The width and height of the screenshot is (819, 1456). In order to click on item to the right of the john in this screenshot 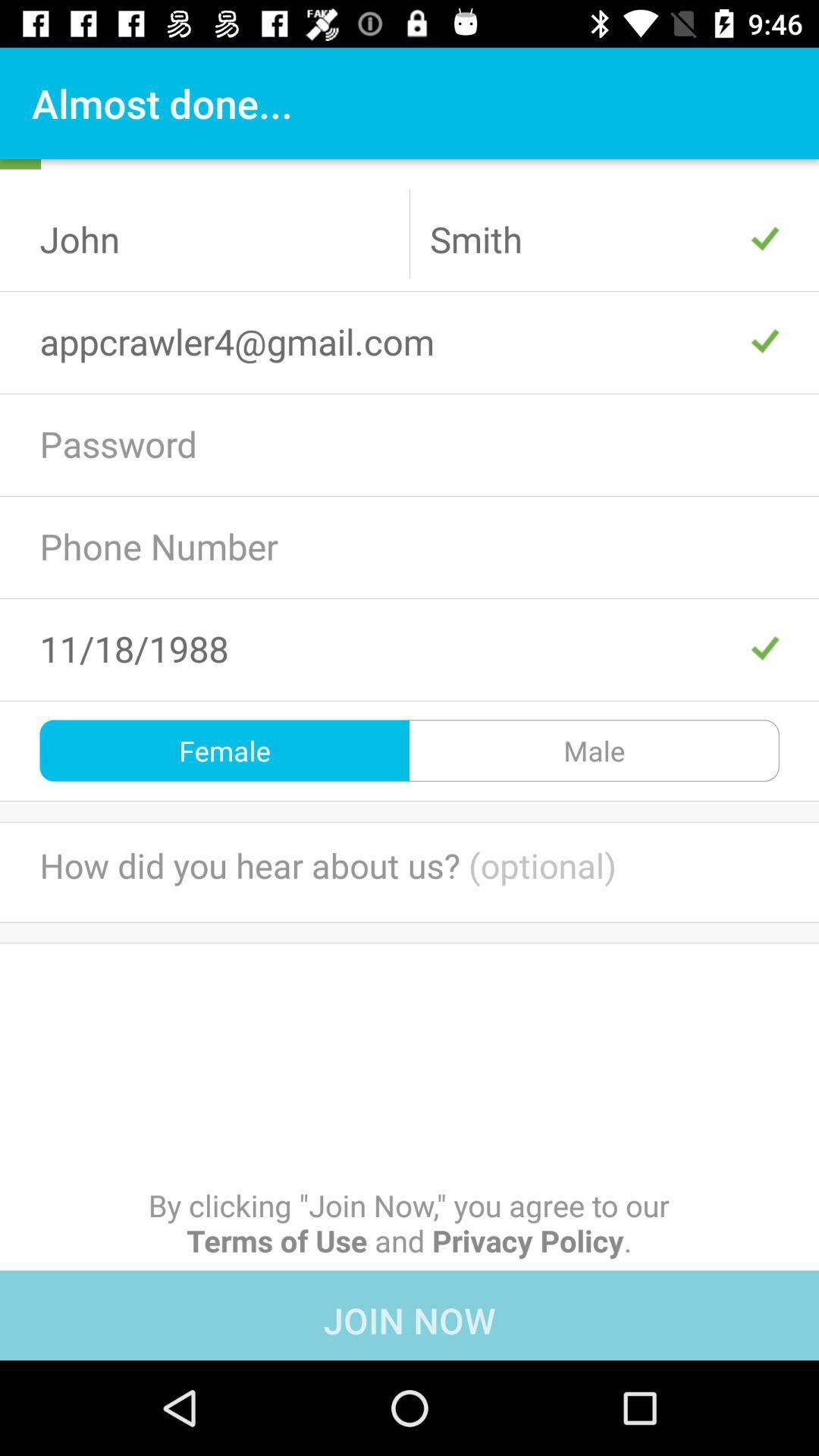, I will do `click(604, 238)`.